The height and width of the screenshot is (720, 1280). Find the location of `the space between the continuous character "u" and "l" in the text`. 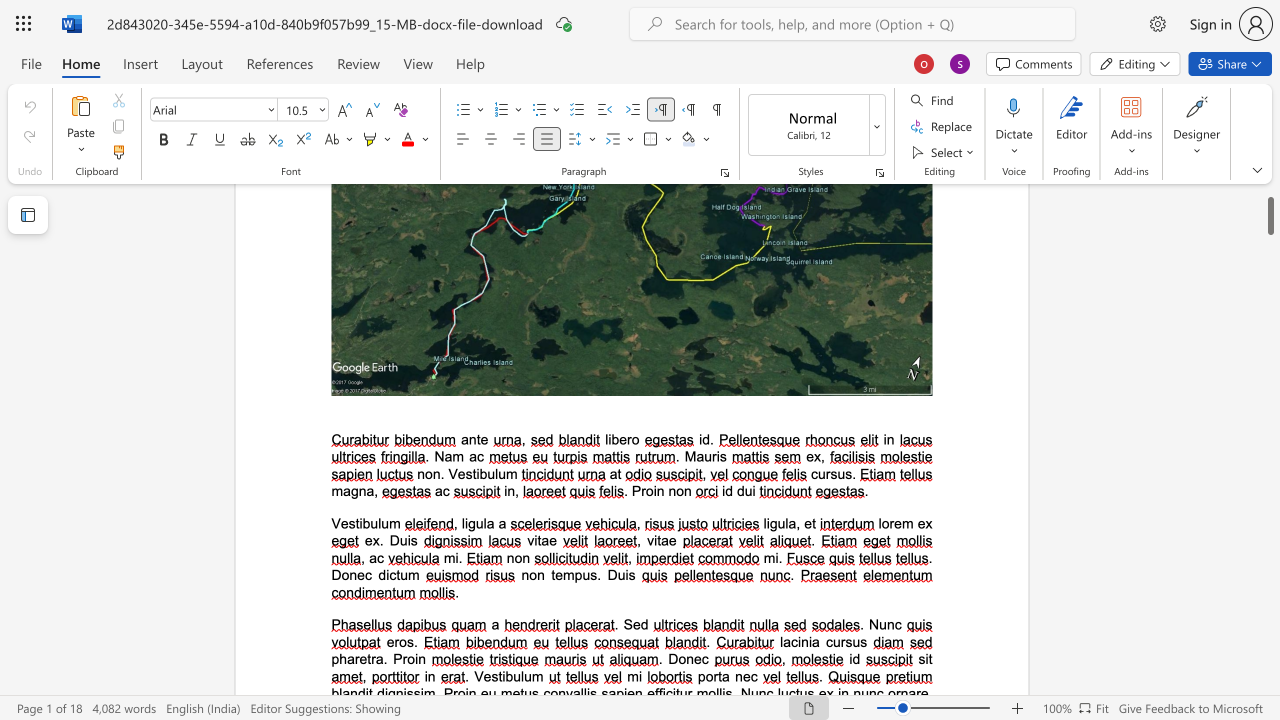

the space between the continuous character "u" and "l" in the text is located at coordinates (482, 522).